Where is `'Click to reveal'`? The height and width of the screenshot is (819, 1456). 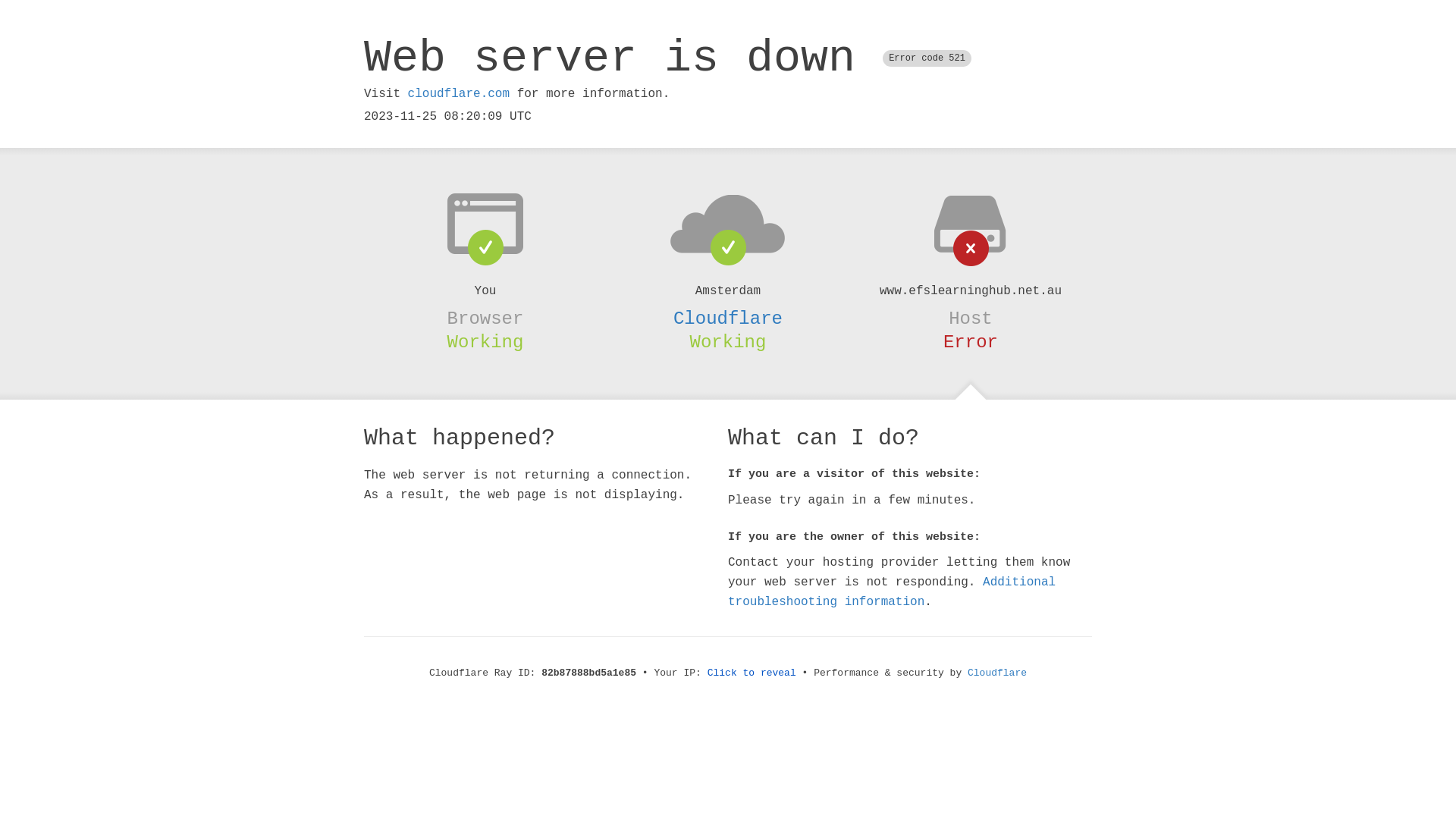
'Click to reveal' is located at coordinates (752, 672).